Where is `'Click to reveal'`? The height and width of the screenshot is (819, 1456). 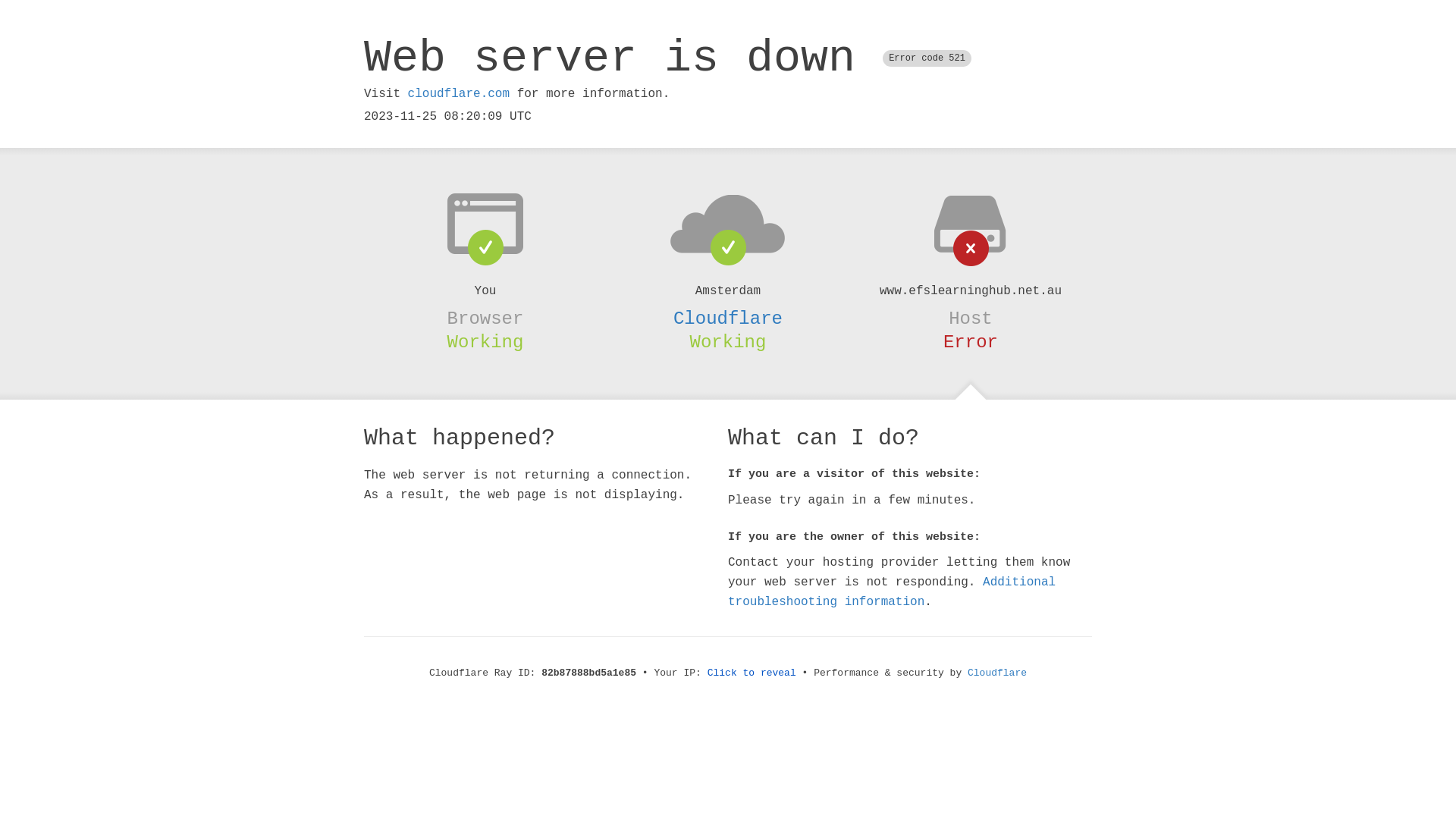
'Click to reveal' is located at coordinates (752, 672).